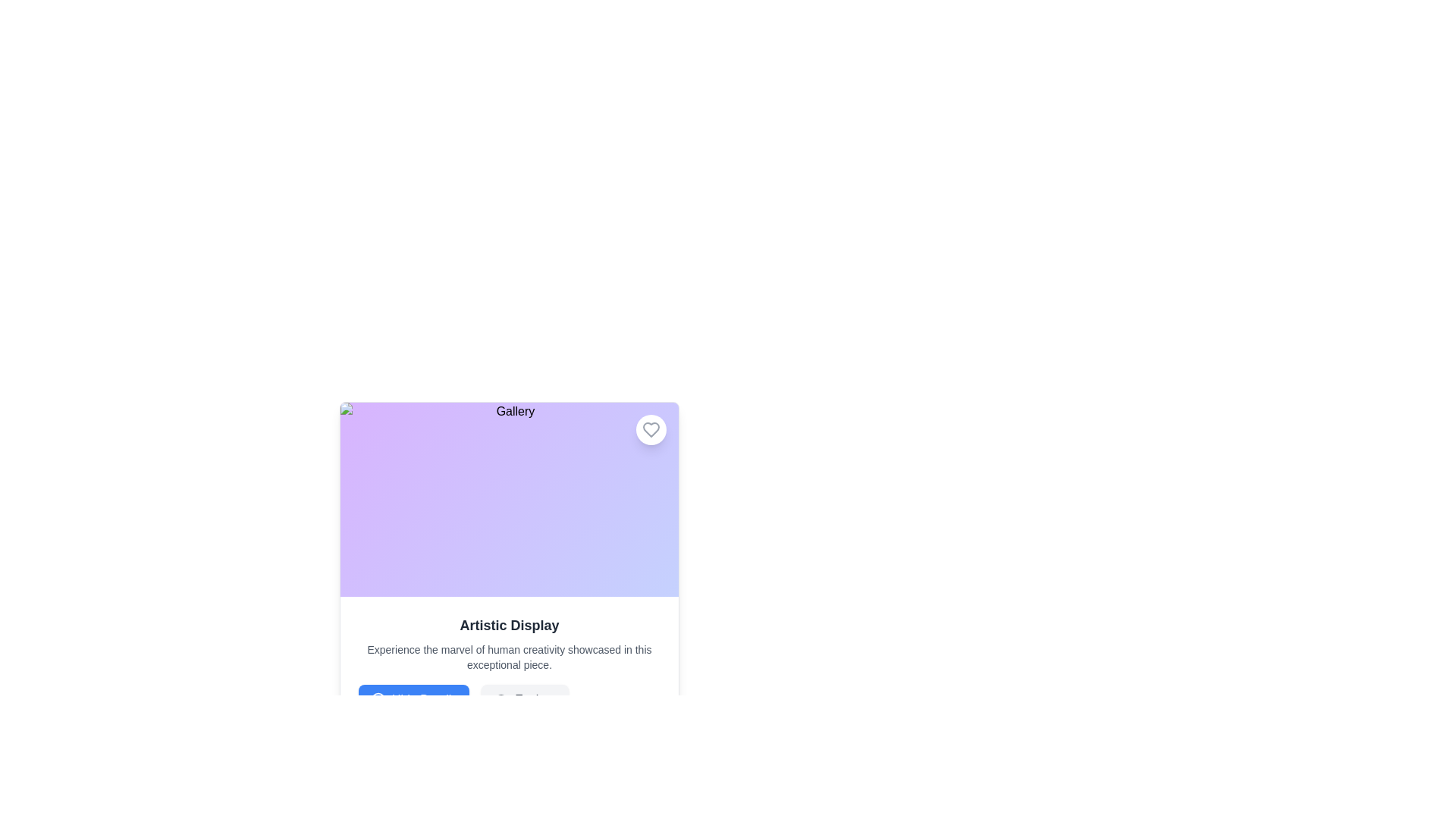 This screenshot has width=1456, height=819. What do you see at coordinates (414, 699) in the screenshot?
I see `the button located in the lower central part of the card, directly to the left of the 'Explore' button` at bounding box center [414, 699].